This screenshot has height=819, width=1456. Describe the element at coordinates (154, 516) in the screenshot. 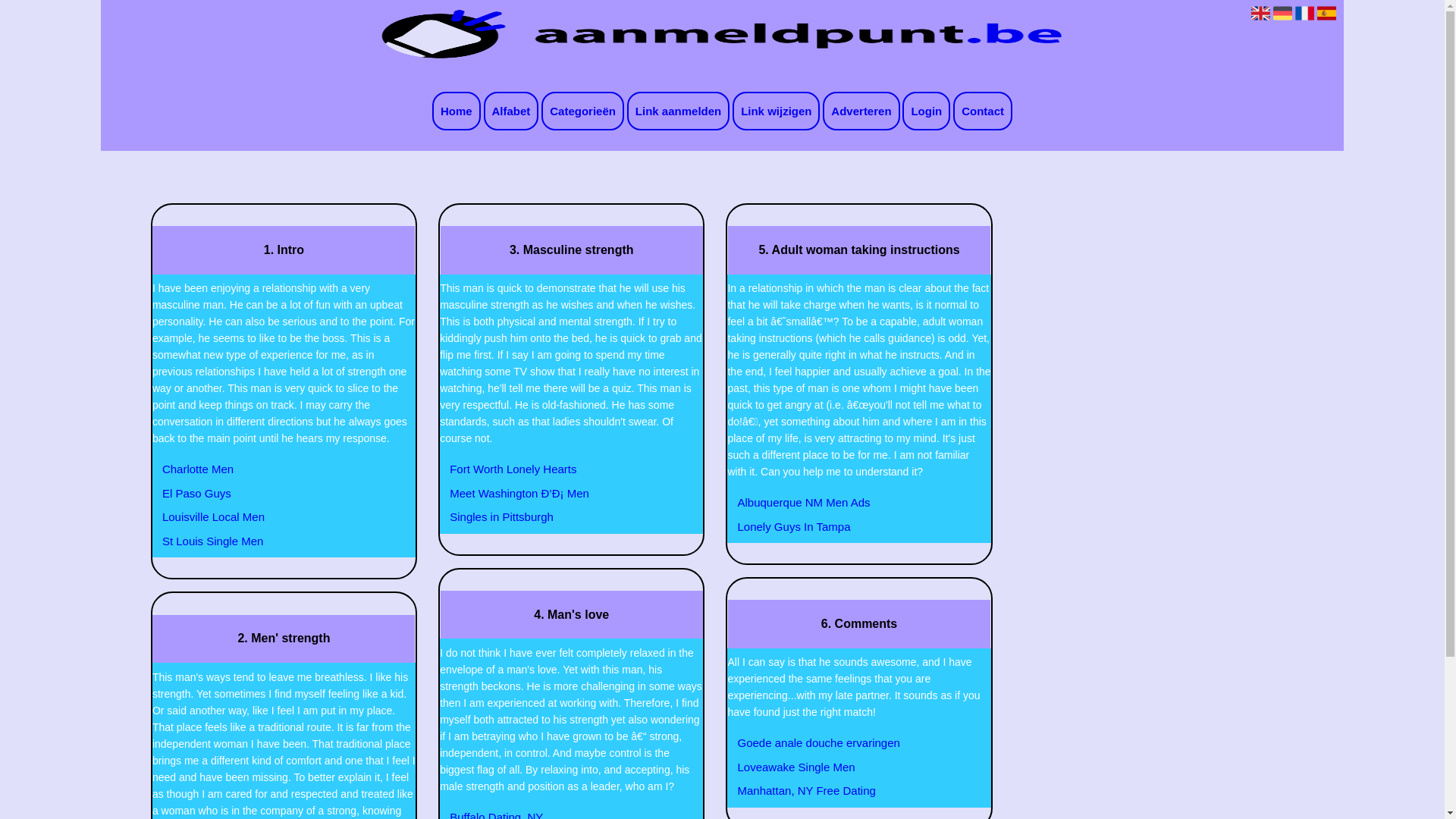

I see `'Louisville Local Men'` at that location.